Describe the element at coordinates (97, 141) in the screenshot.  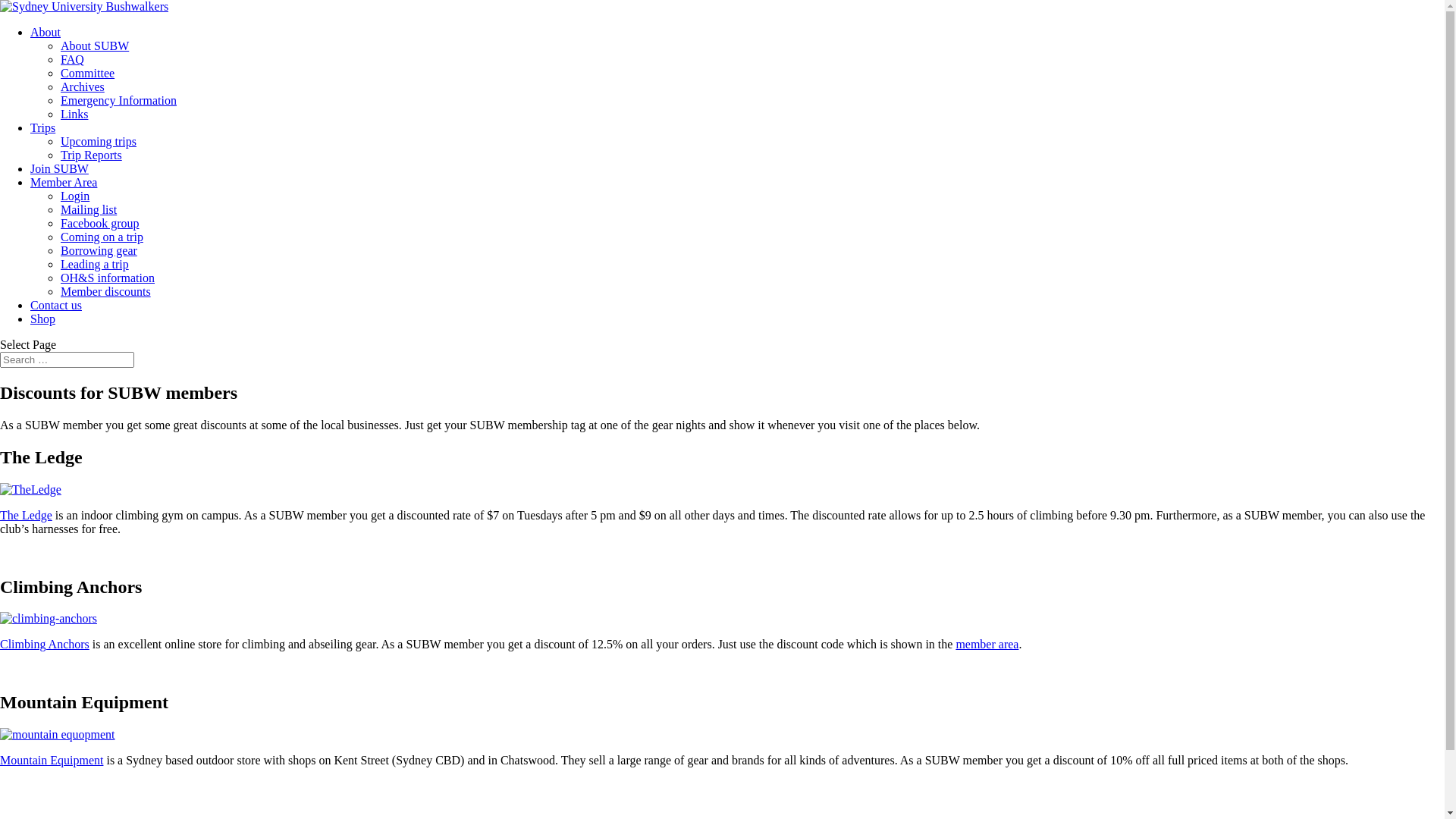
I see `'Upcoming trips'` at that location.